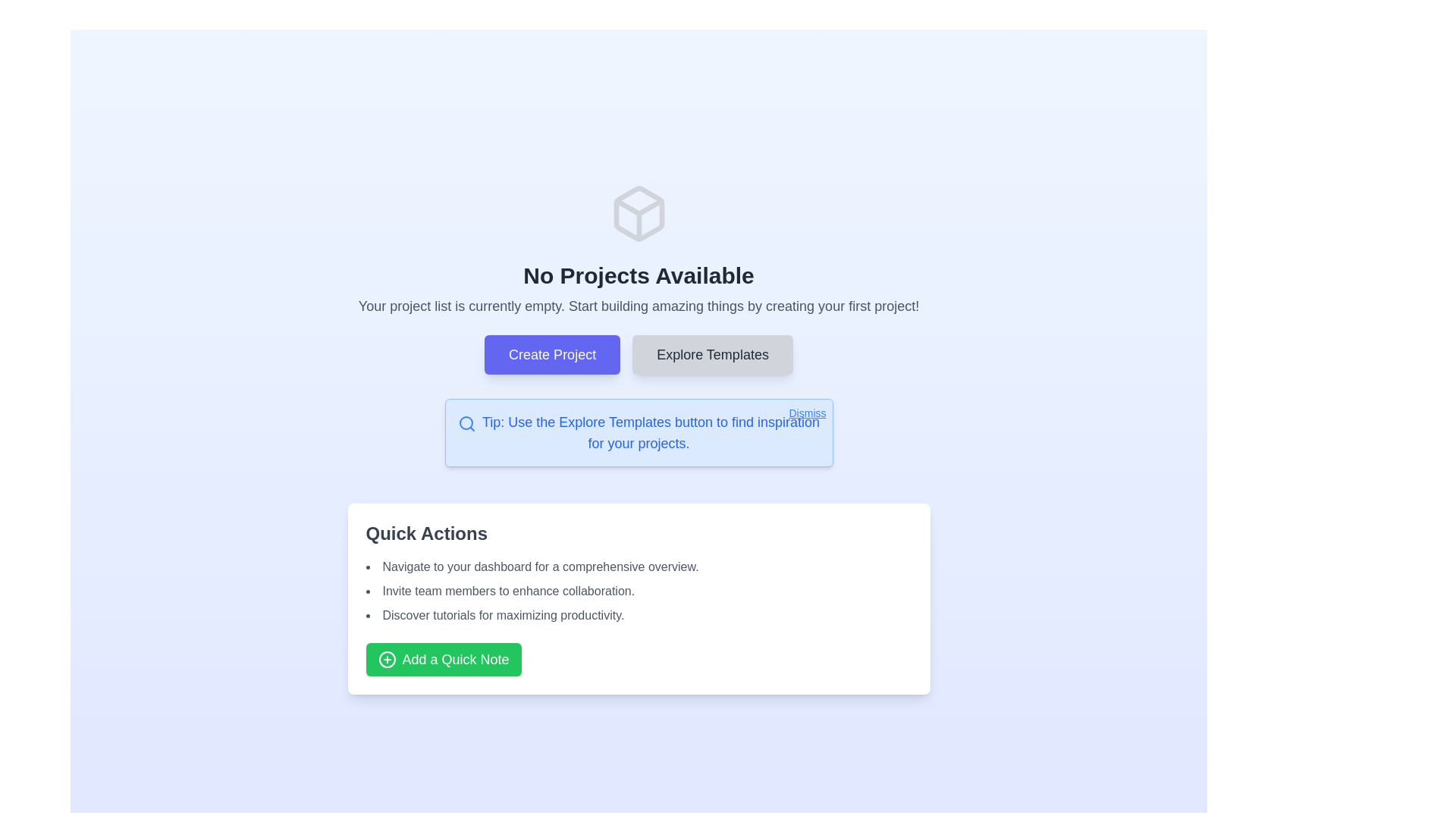 This screenshot has height=819, width=1456. What do you see at coordinates (387, 659) in the screenshot?
I see `the icon representing the action of adding a new item or note, located inside the green button labeled 'Add a Quick Note'` at bounding box center [387, 659].